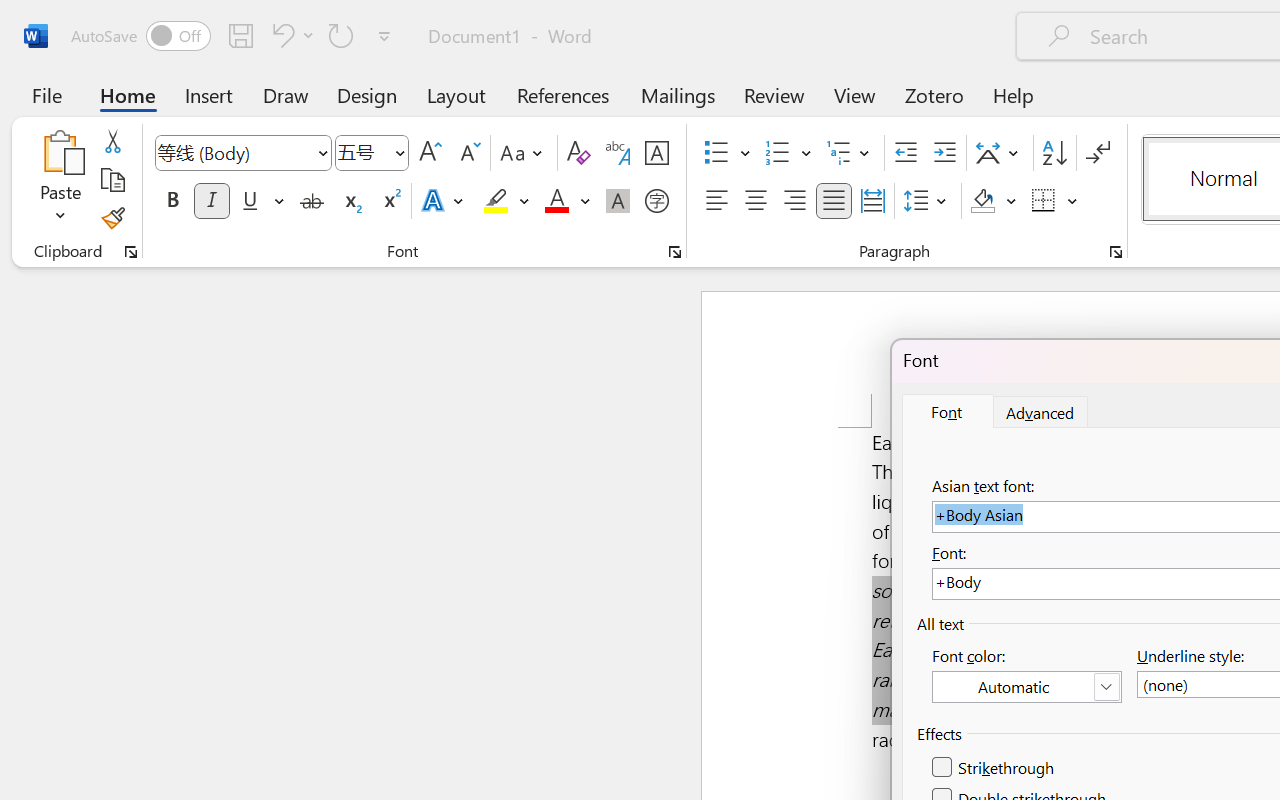 The image size is (1280, 800). Describe the element at coordinates (834, 201) in the screenshot. I see `'Justify'` at that location.